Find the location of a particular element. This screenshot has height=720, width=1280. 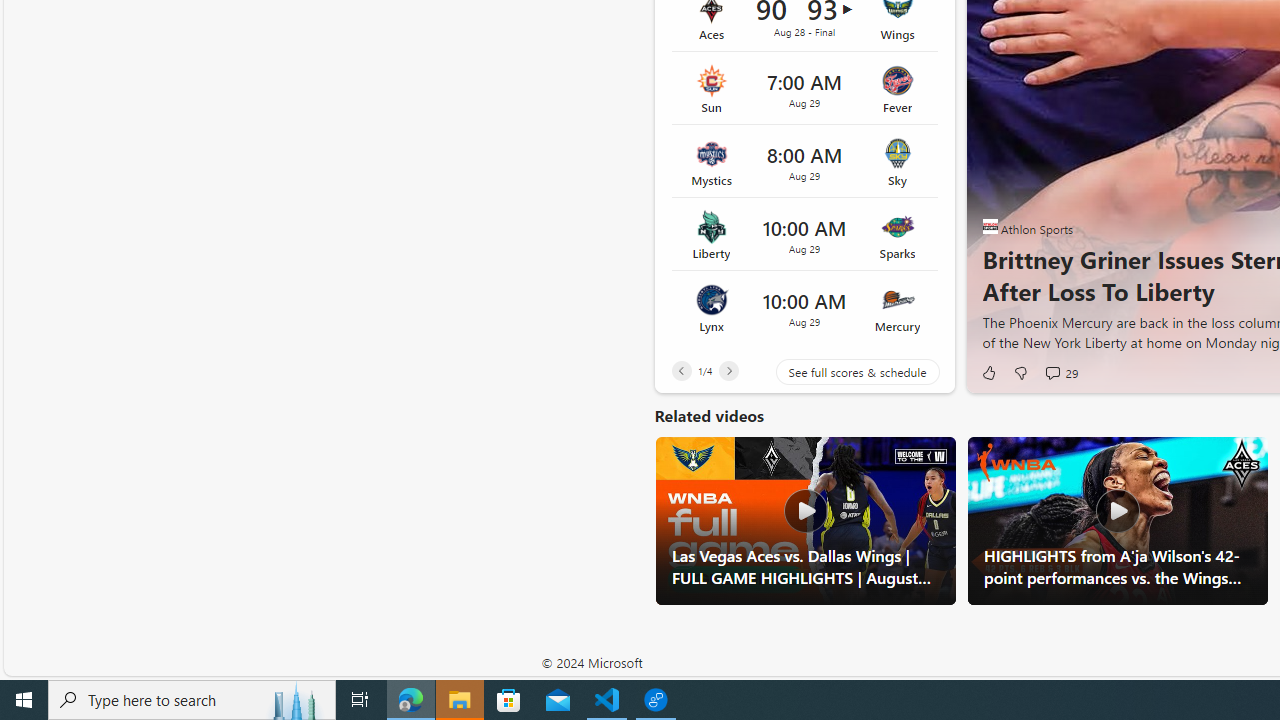

'View comments 29 Comment' is located at coordinates (1060, 372).